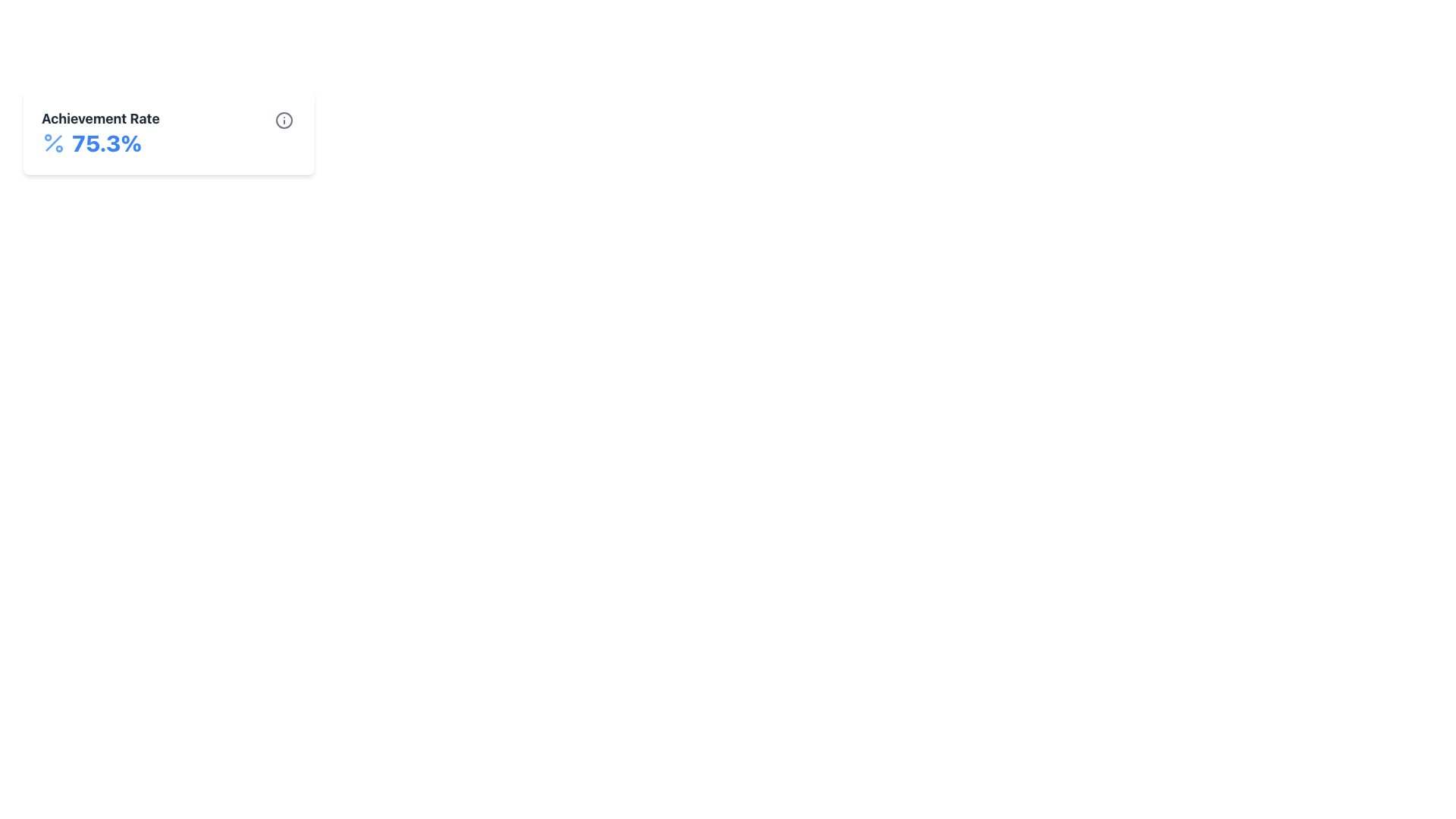  Describe the element at coordinates (284, 119) in the screenshot. I see `the gray circular icon with a vertical line and dot` at that location.